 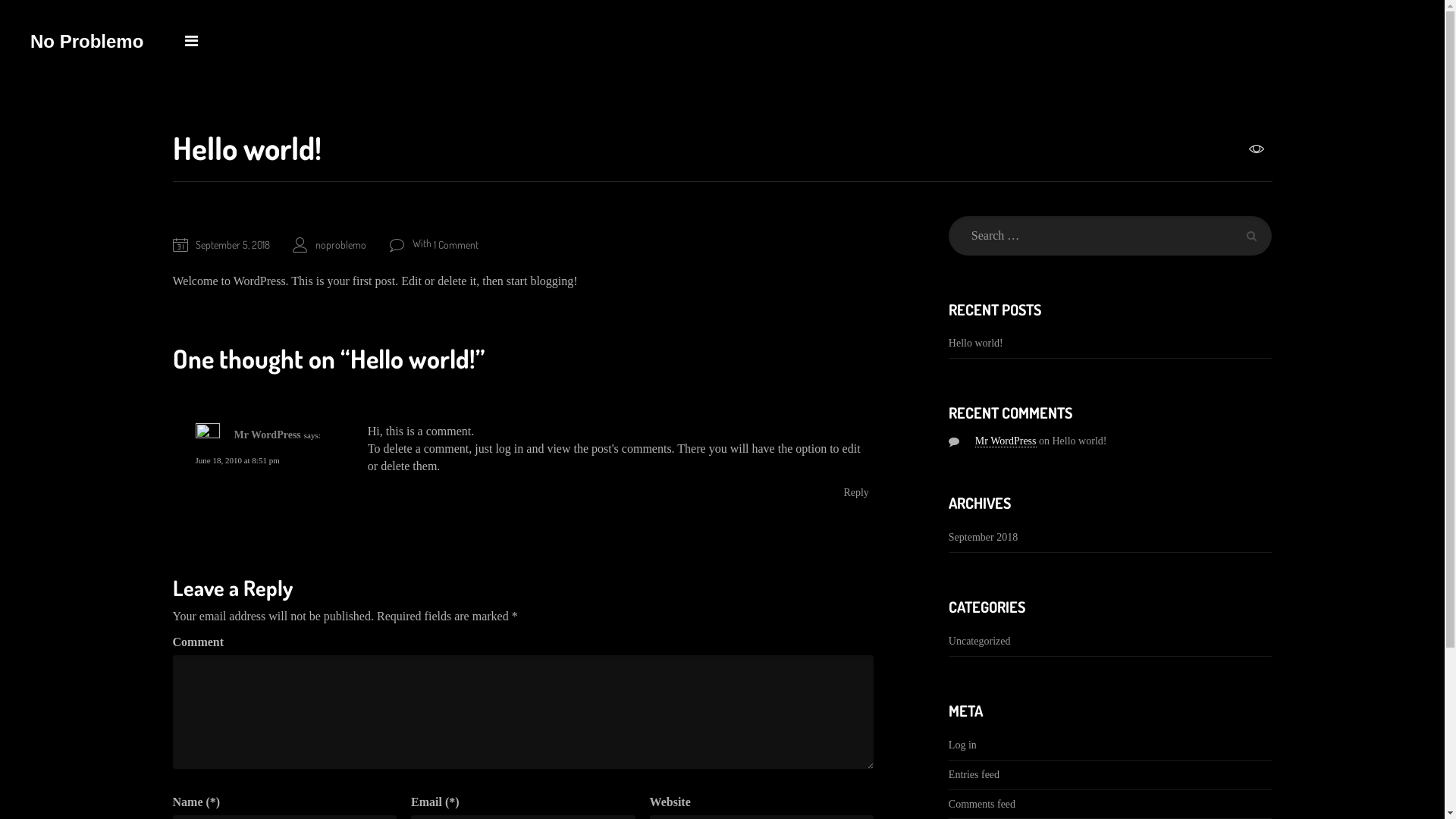 What do you see at coordinates (1006, 441) in the screenshot?
I see `'Mr WordPress'` at bounding box center [1006, 441].